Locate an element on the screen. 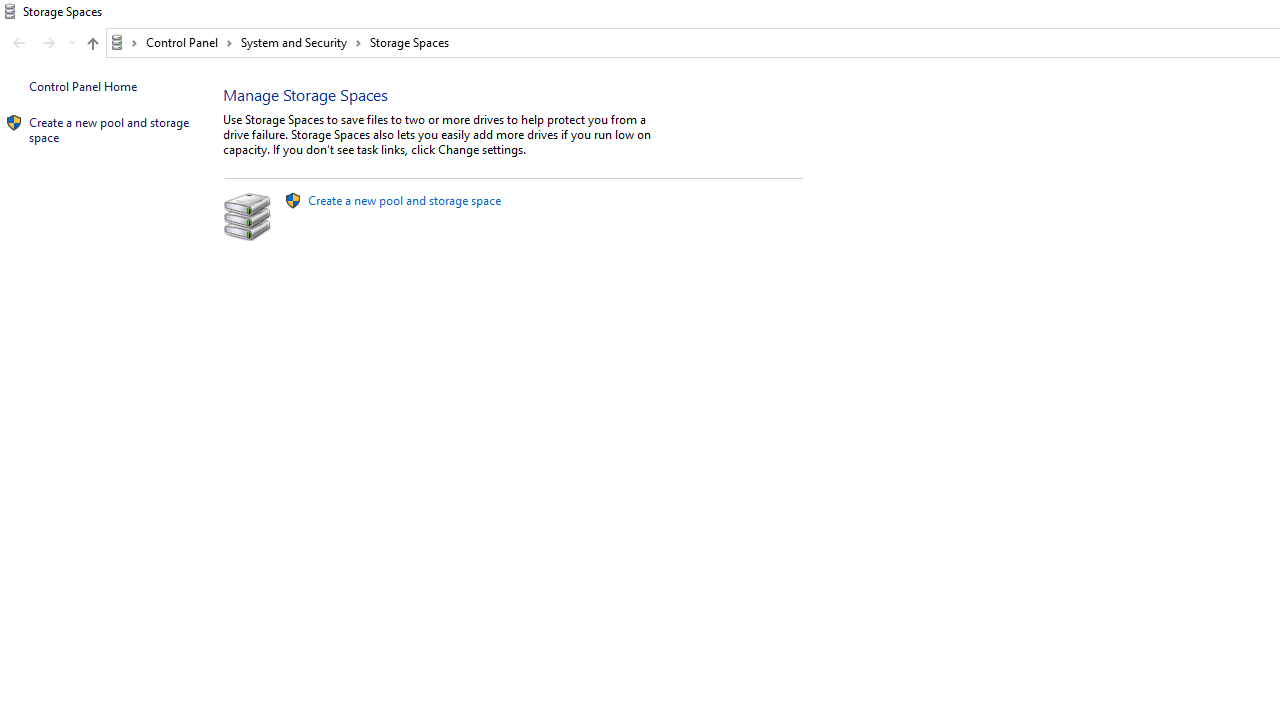  'Up to "System and Security" (Alt + Up Arrow)' is located at coordinates (91, 43).